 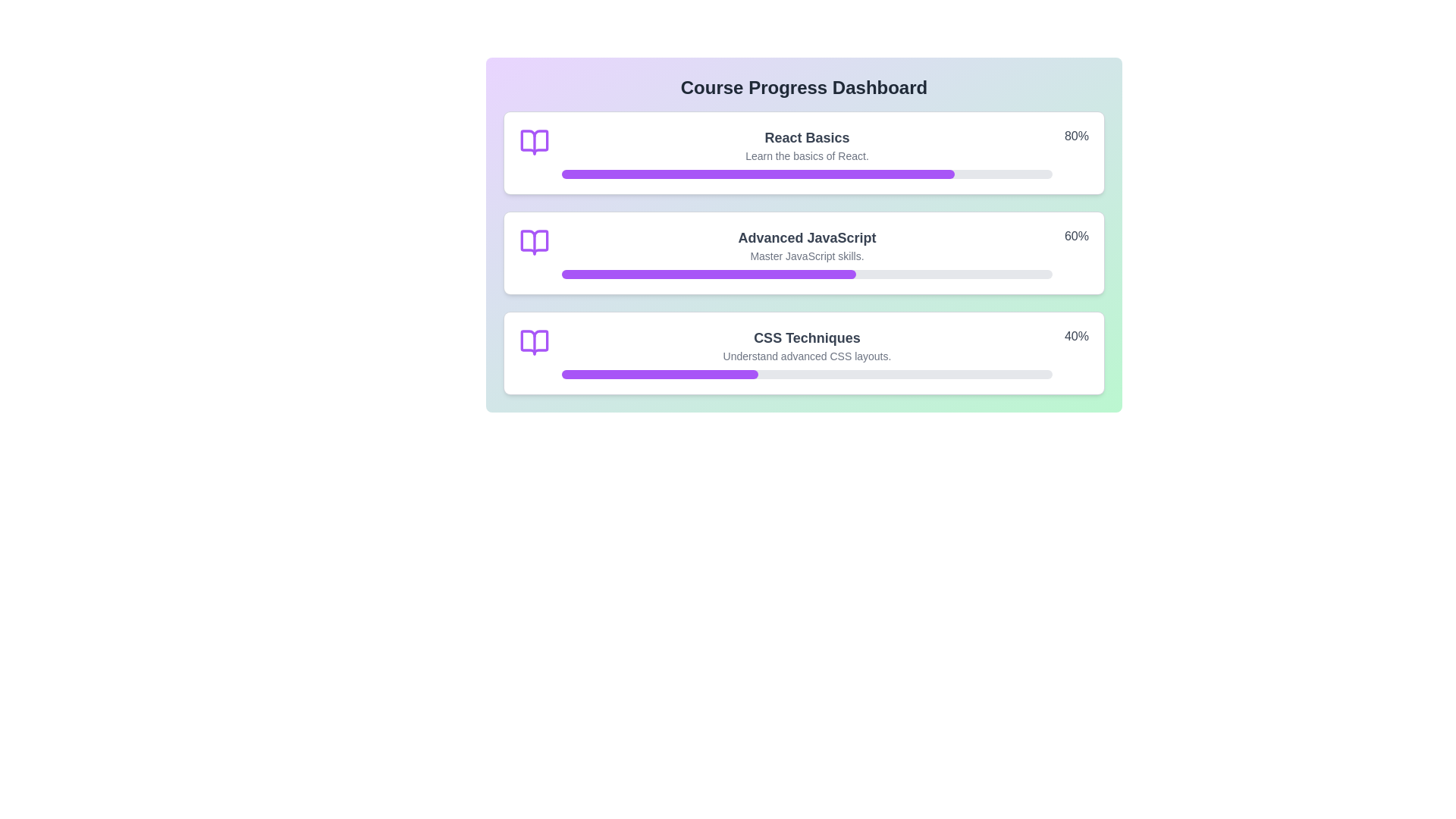 What do you see at coordinates (803, 253) in the screenshot?
I see `the progress bar within the vertical hierarchical list of the 'Course Progress Dashboard' to view detailed information about course advancements` at bounding box center [803, 253].